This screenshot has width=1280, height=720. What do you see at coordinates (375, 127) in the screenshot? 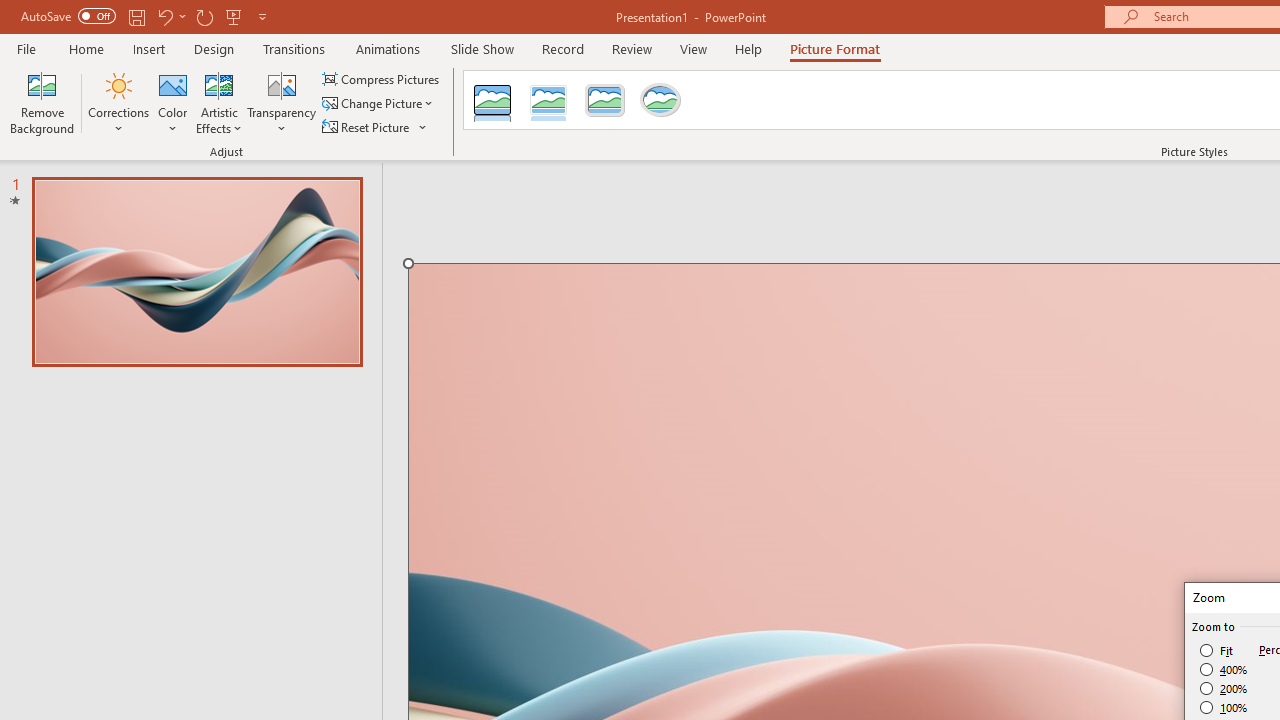
I see `'Reset Picture'` at bounding box center [375, 127].